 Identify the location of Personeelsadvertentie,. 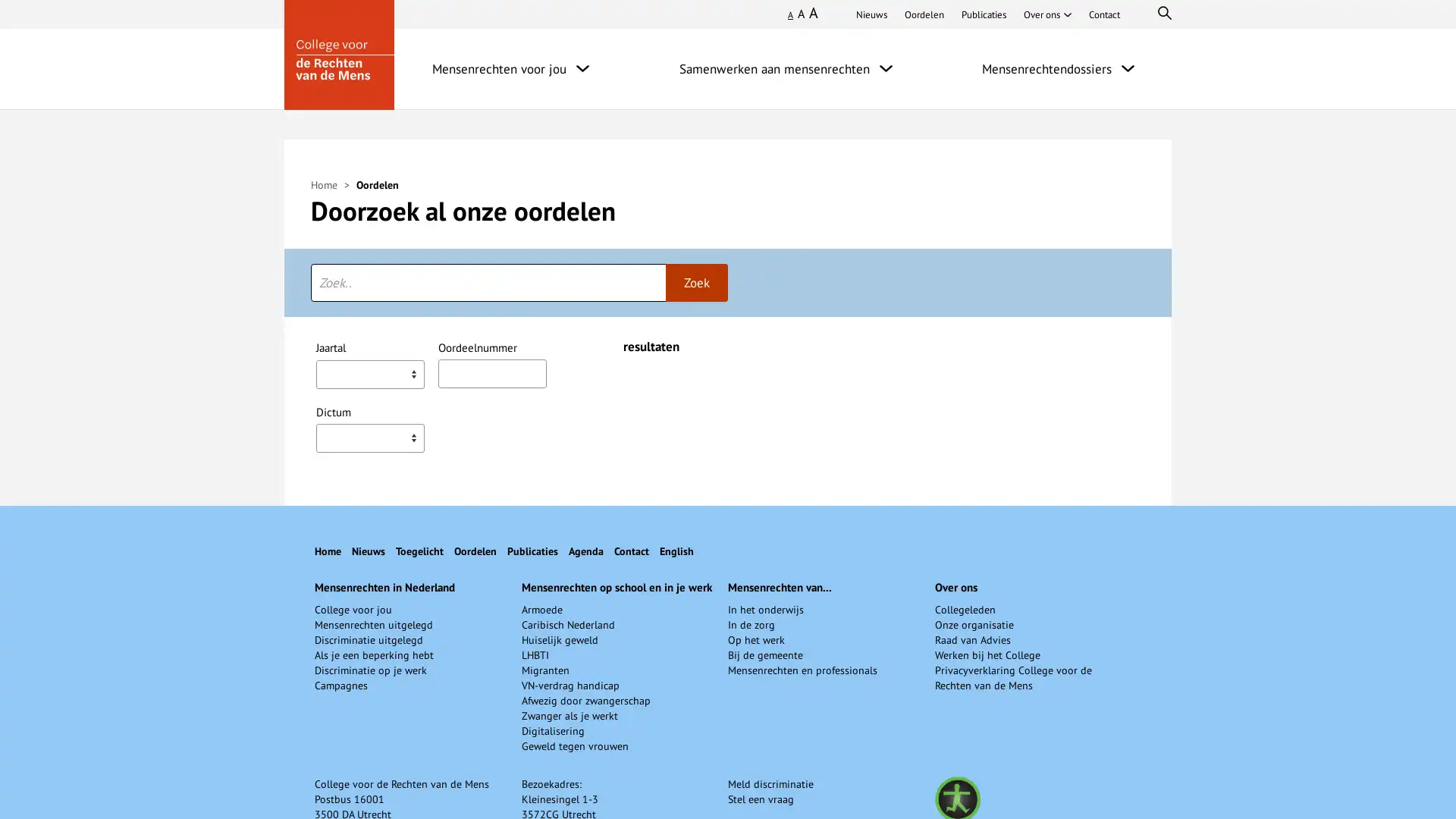
(1049, 778).